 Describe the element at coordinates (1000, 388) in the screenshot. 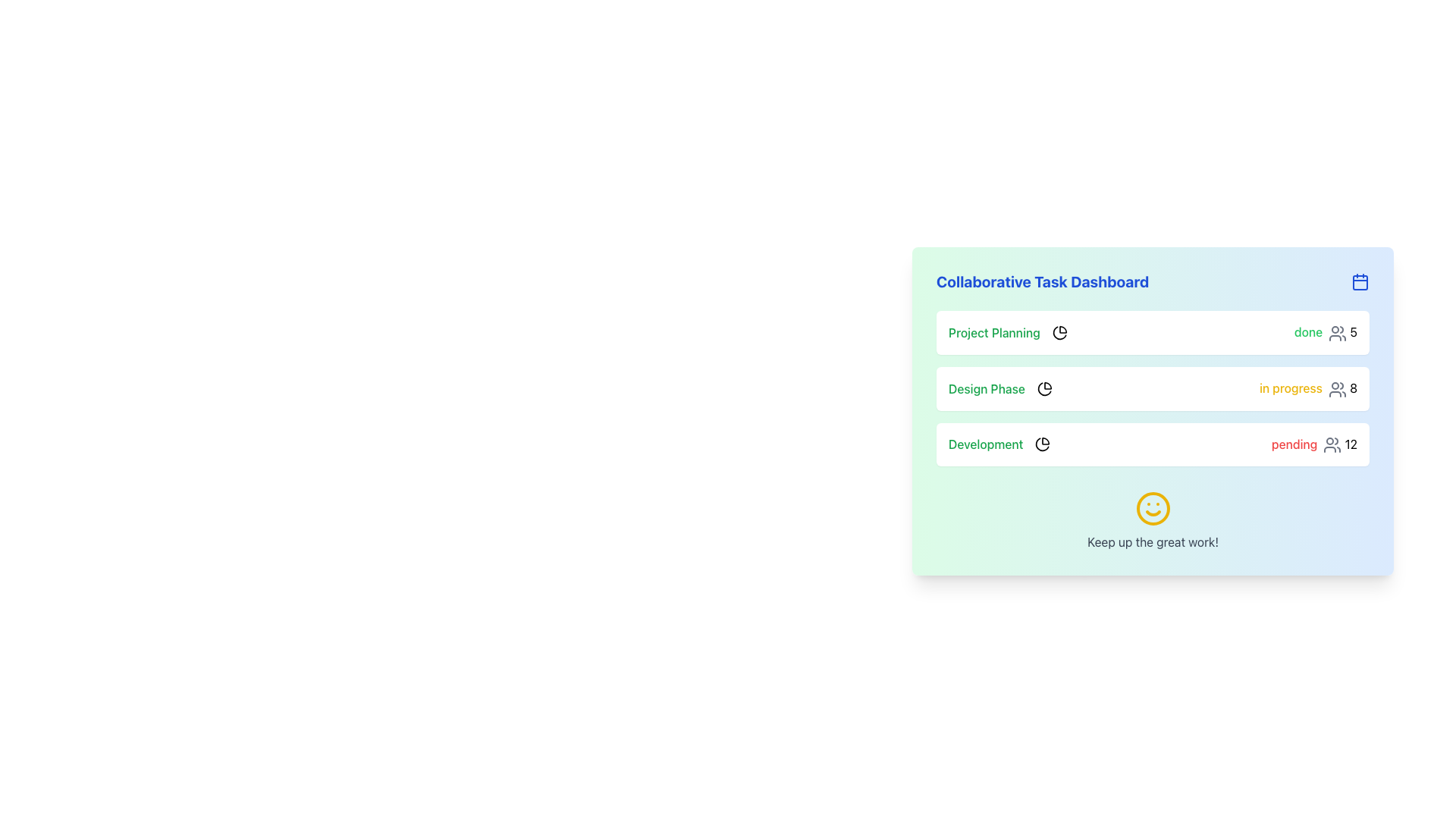

I see `text 'Design Phase' displayed in bold, green font with a pie chart icon on its right, located in the middle section of the progress information card` at that location.